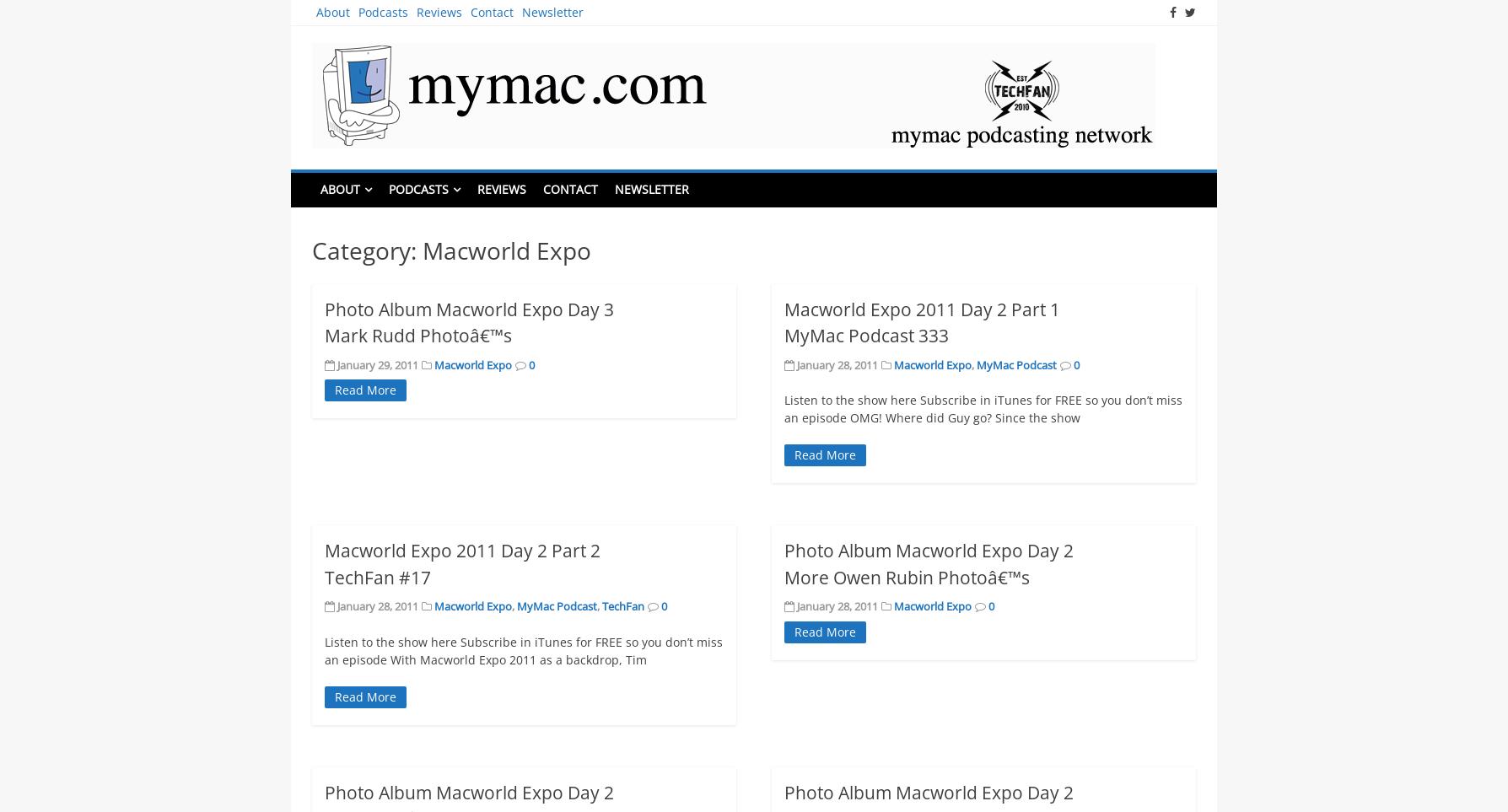 The image size is (1508, 812). I want to click on 'Macworld Expo 2011 Day 2 Part 2', so click(462, 550).